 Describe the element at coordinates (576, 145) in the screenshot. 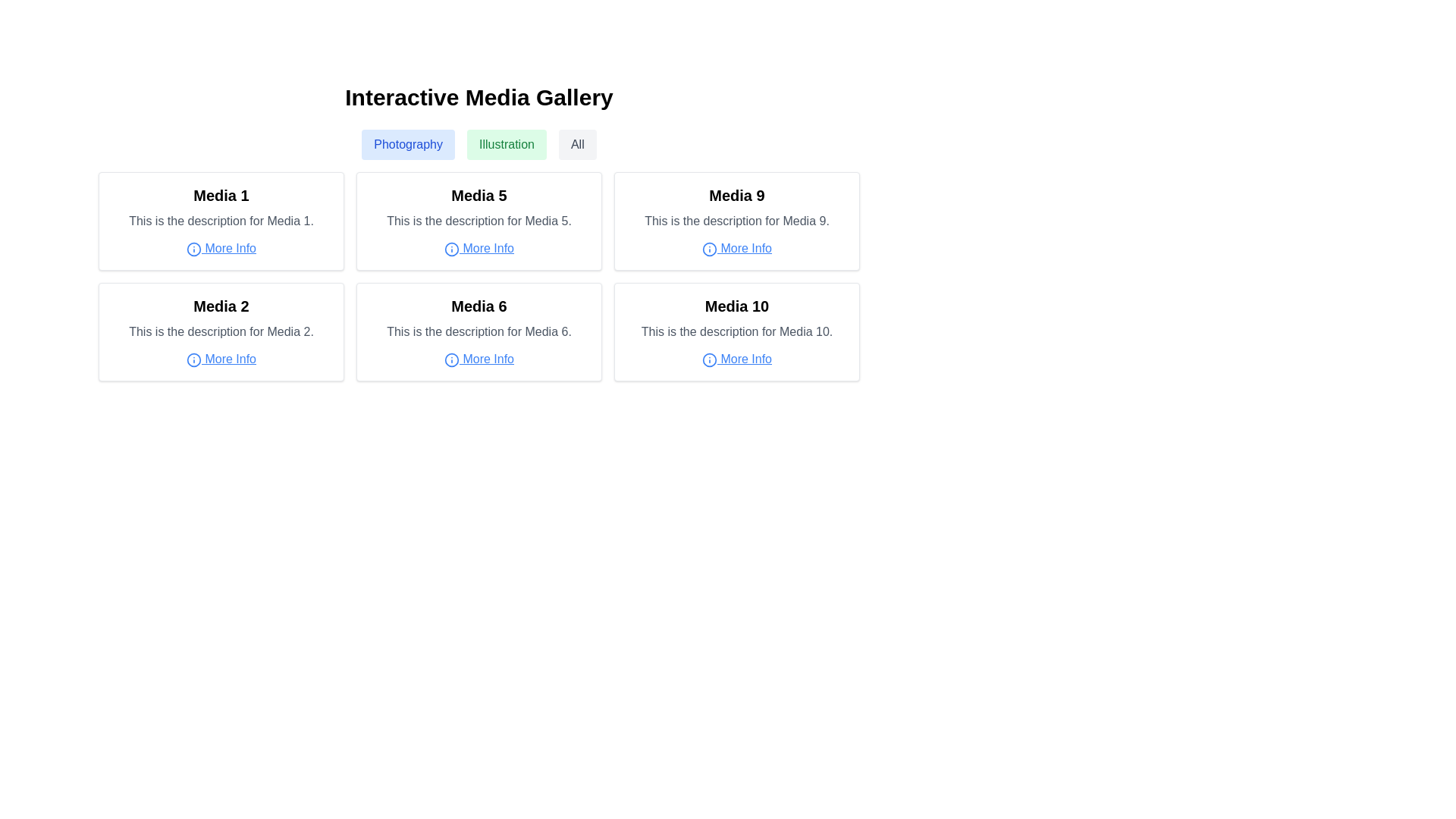

I see `the third button in the horizontal trio of navigation buttons below the title 'Interactive Media Gallery'` at that location.